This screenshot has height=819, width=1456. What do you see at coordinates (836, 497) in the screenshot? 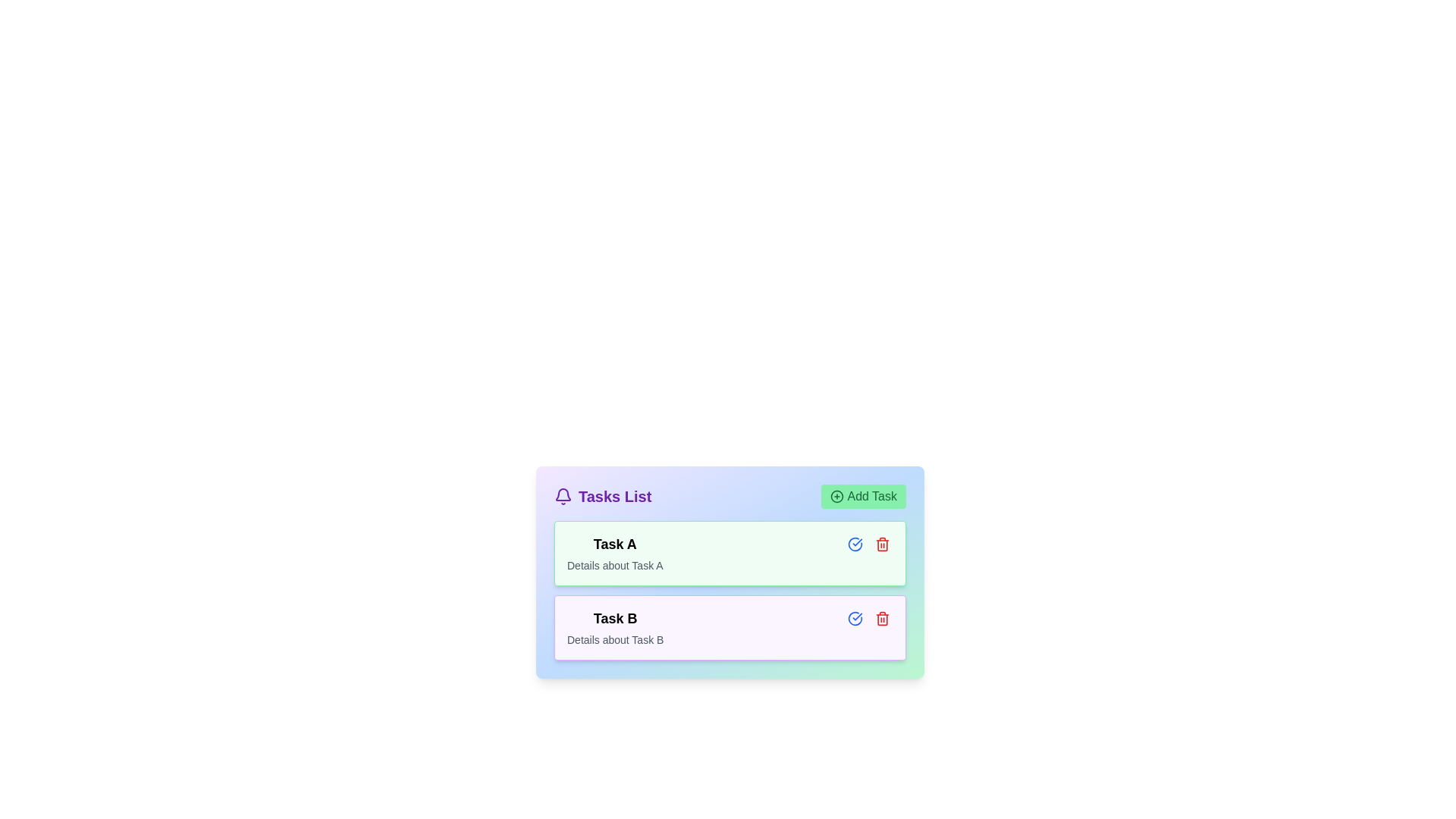
I see `the circular icon graphic representing the outermost circle of the '+' icon in the 'Add Task' button located in the header of the 'Tasks List' section` at bounding box center [836, 497].